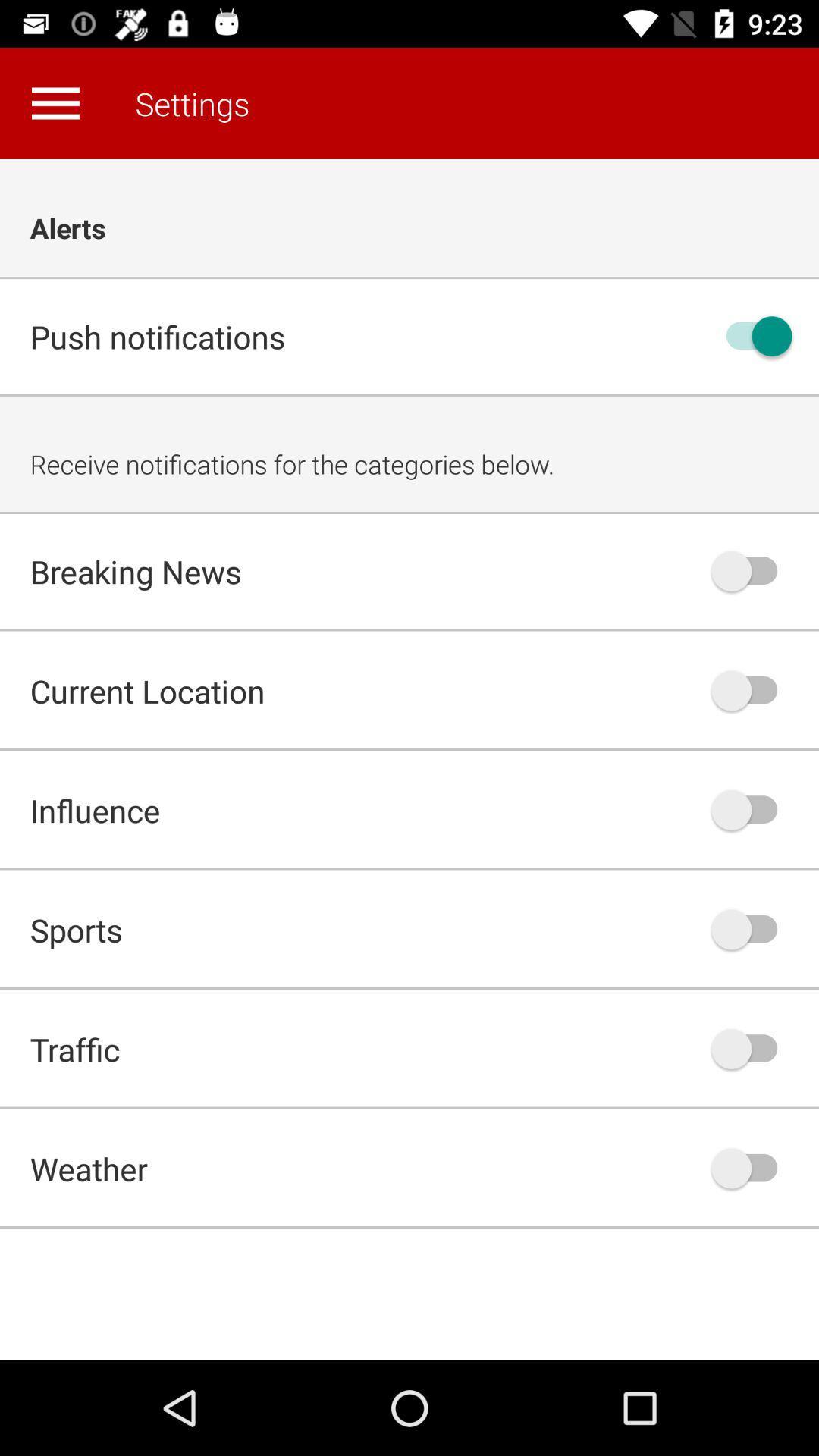  Describe the element at coordinates (752, 928) in the screenshot. I see `sports alerts` at that location.